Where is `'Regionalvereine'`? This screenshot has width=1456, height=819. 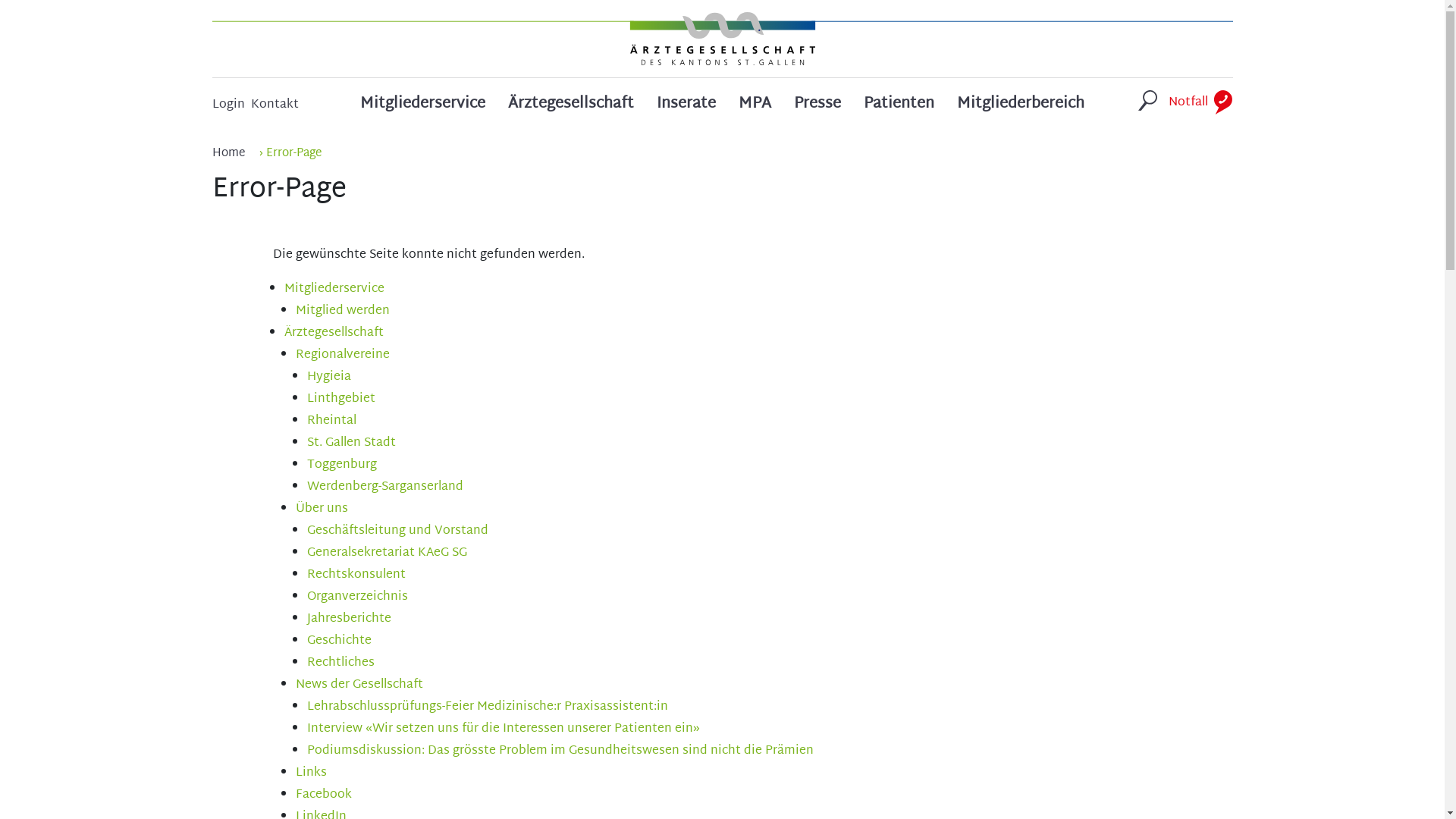 'Regionalvereine' is located at coordinates (341, 355).